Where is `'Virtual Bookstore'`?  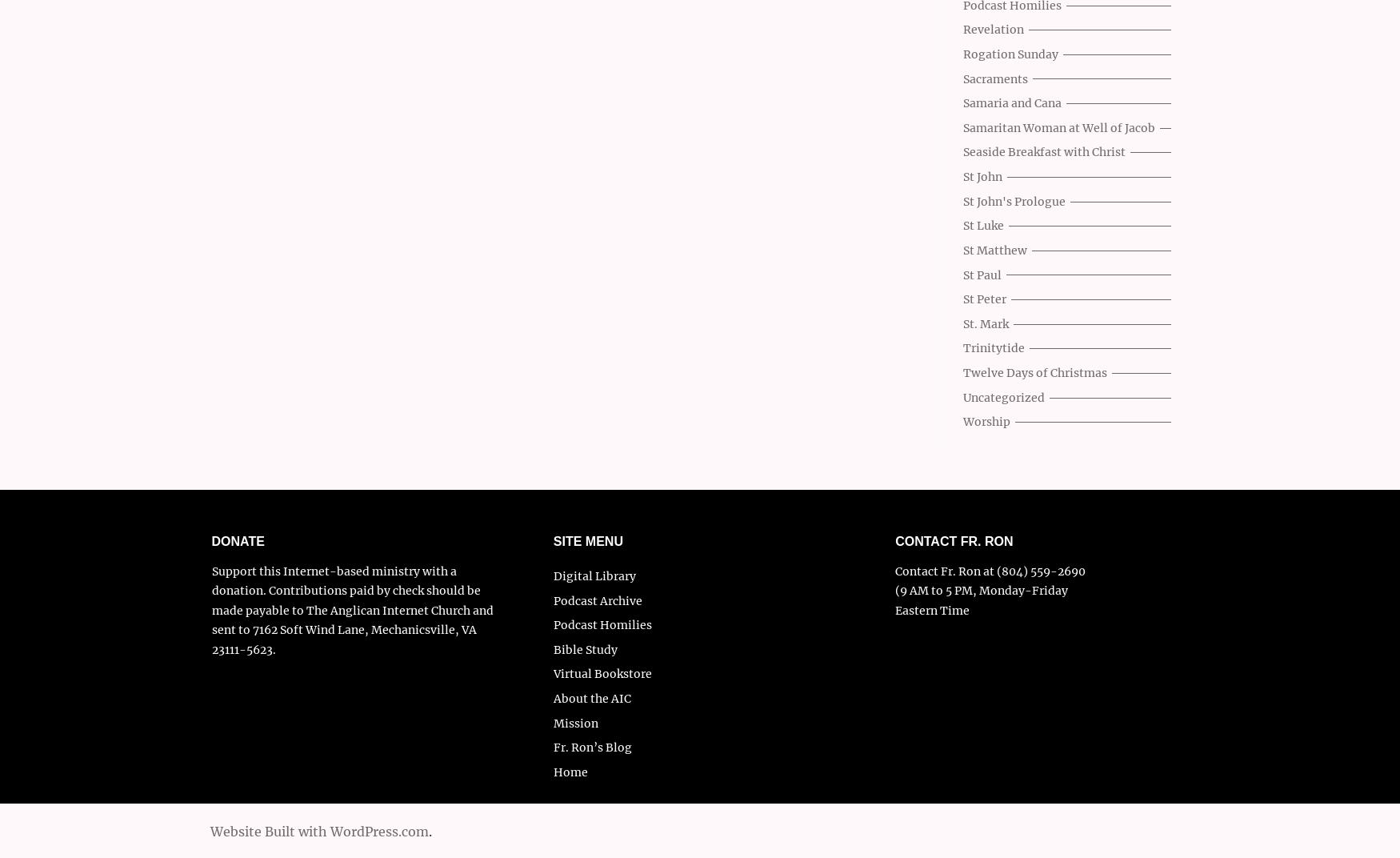
'Virtual Bookstore' is located at coordinates (601, 672).